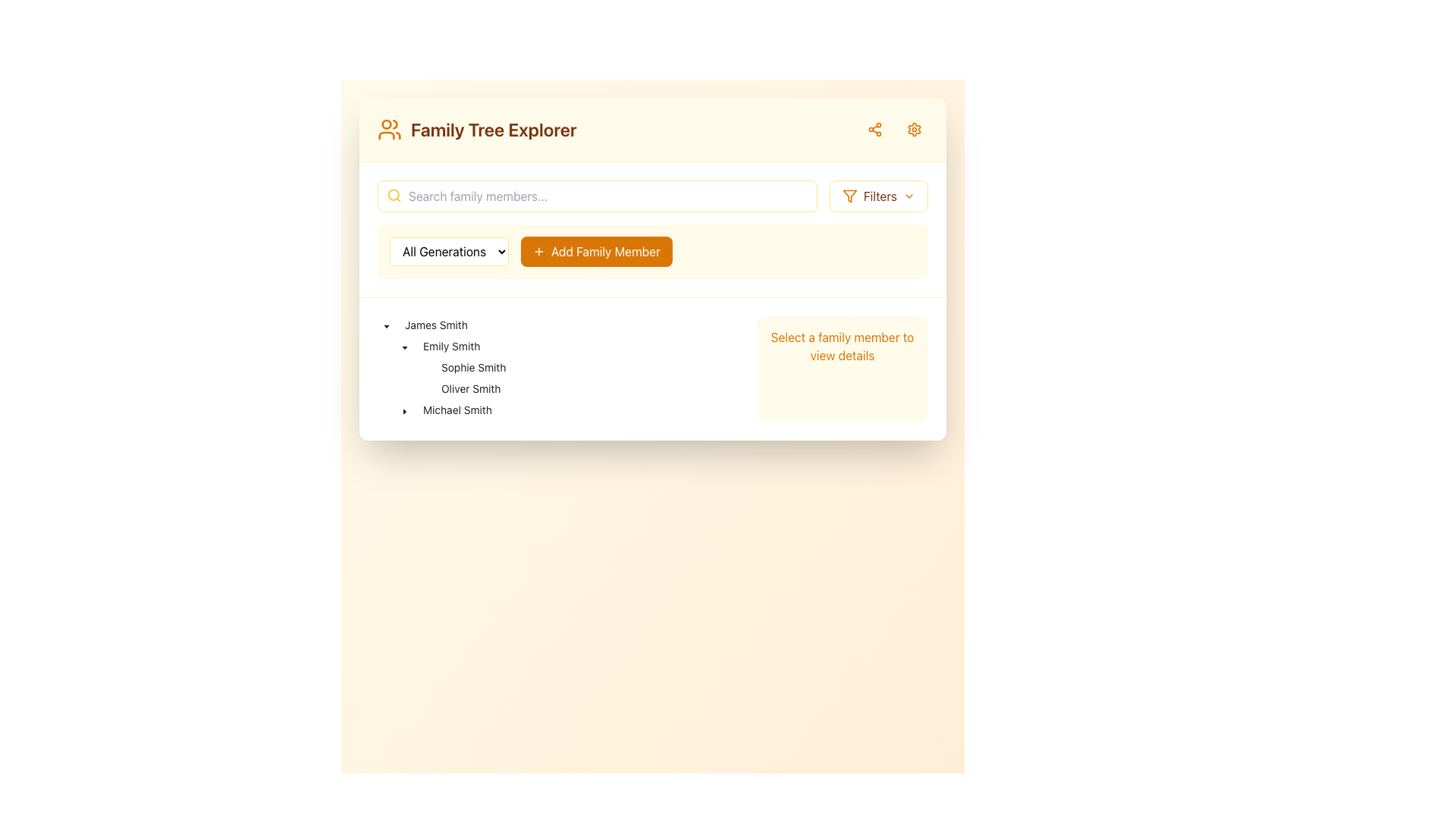 The height and width of the screenshot is (819, 1456). What do you see at coordinates (441, 388) in the screenshot?
I see `the tree item node labeled 'Oliver Smith' to expand or collapse its children` at bounding box center [441, 388].